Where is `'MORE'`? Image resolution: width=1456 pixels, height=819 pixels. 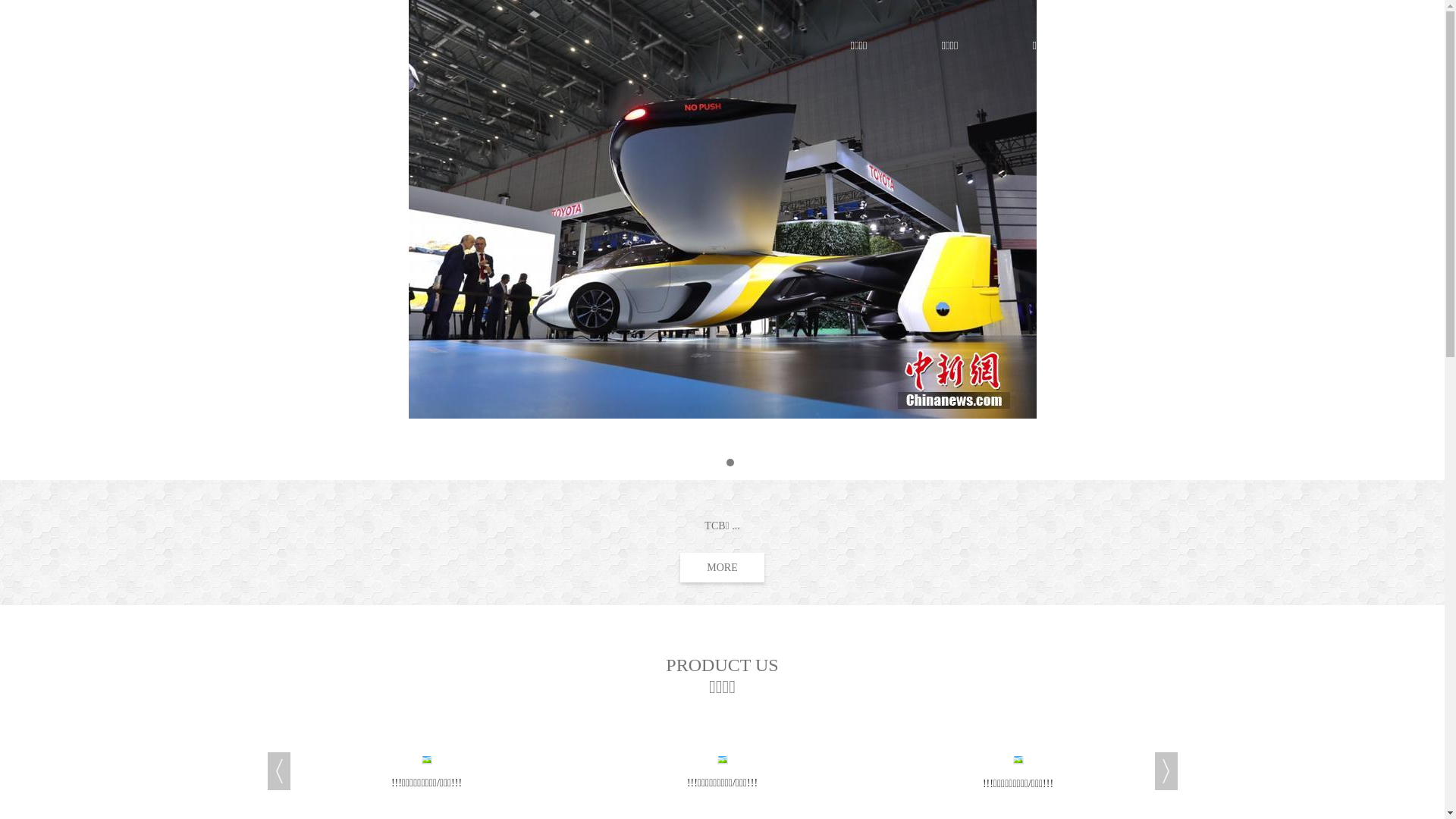 'MORE' is located at coordinates (679, 567).